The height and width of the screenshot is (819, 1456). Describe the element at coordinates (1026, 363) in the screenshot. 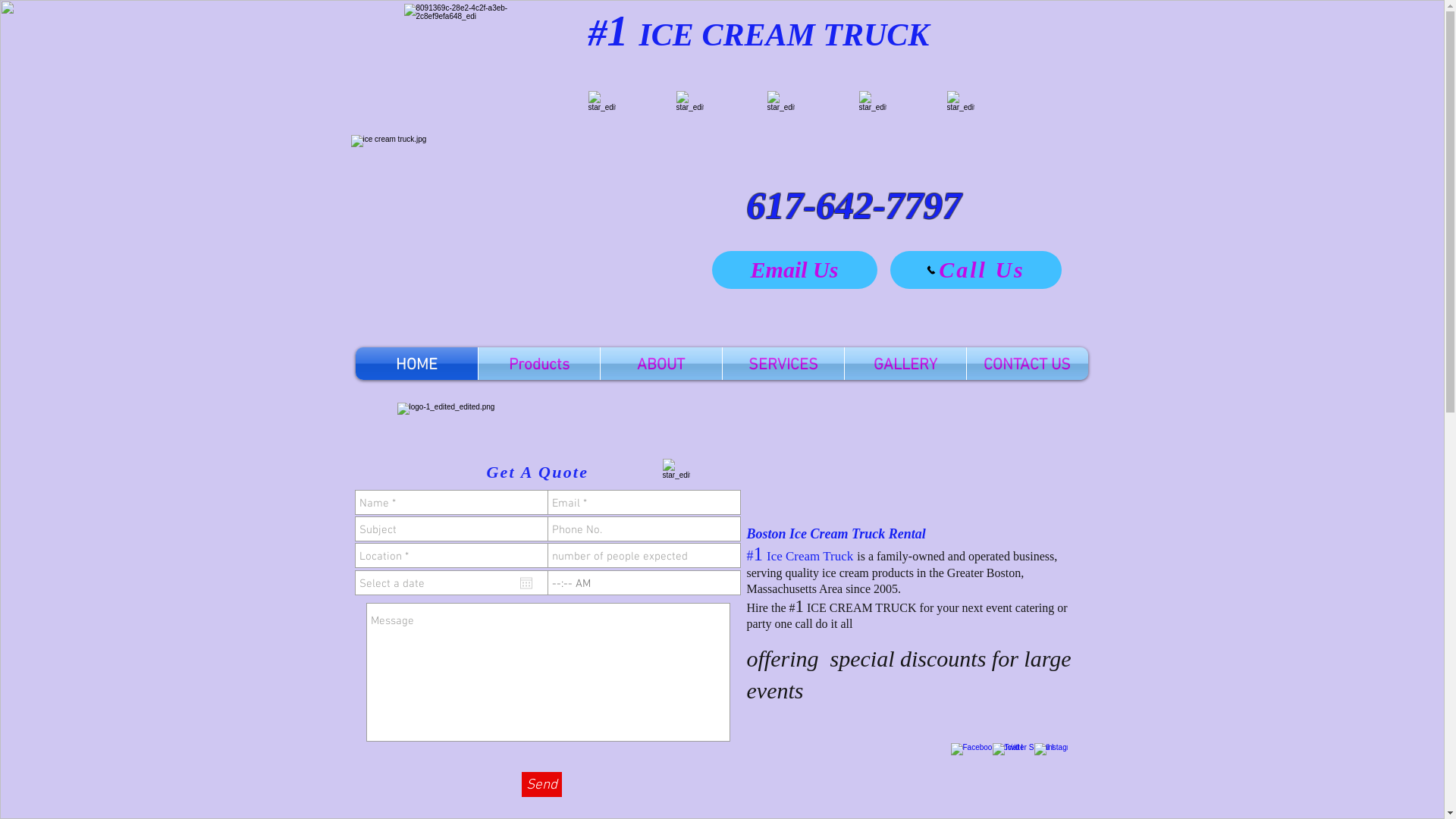

I see `'CONTACT US'` at that location.